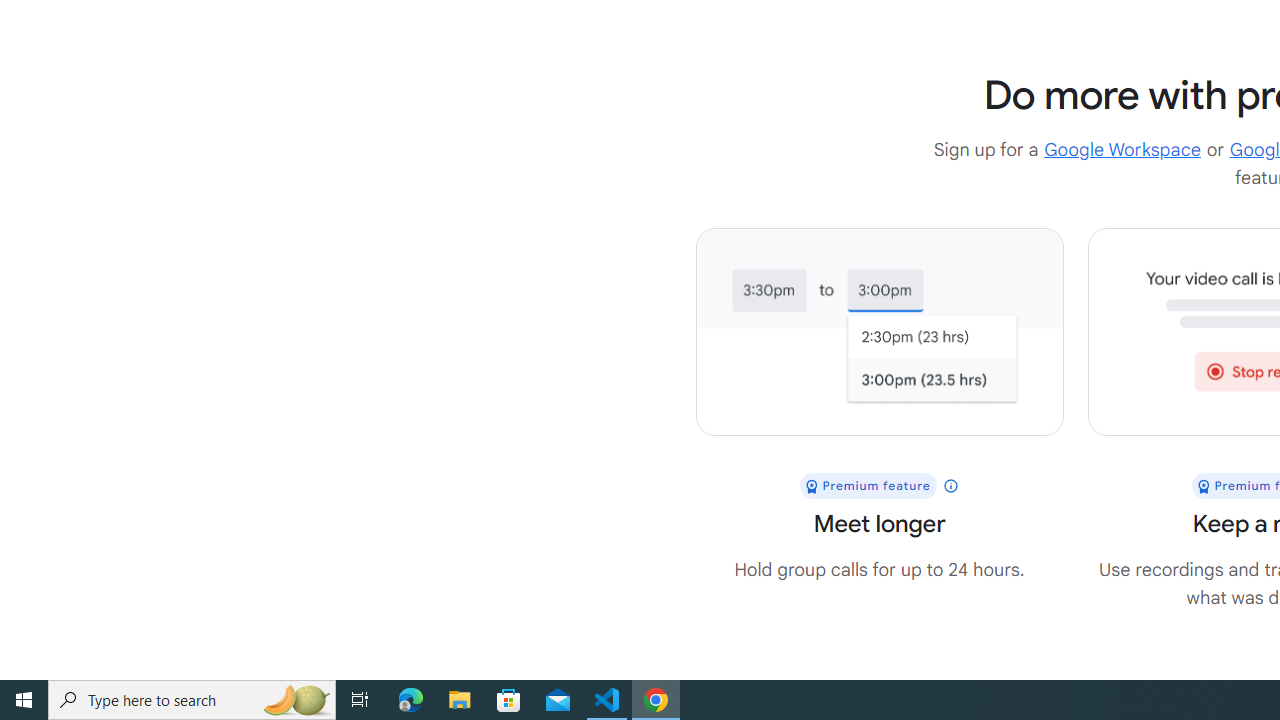 This screenshot has height=720, width=1280. I want to click on 'Google Workspace', so click(1122, 149).